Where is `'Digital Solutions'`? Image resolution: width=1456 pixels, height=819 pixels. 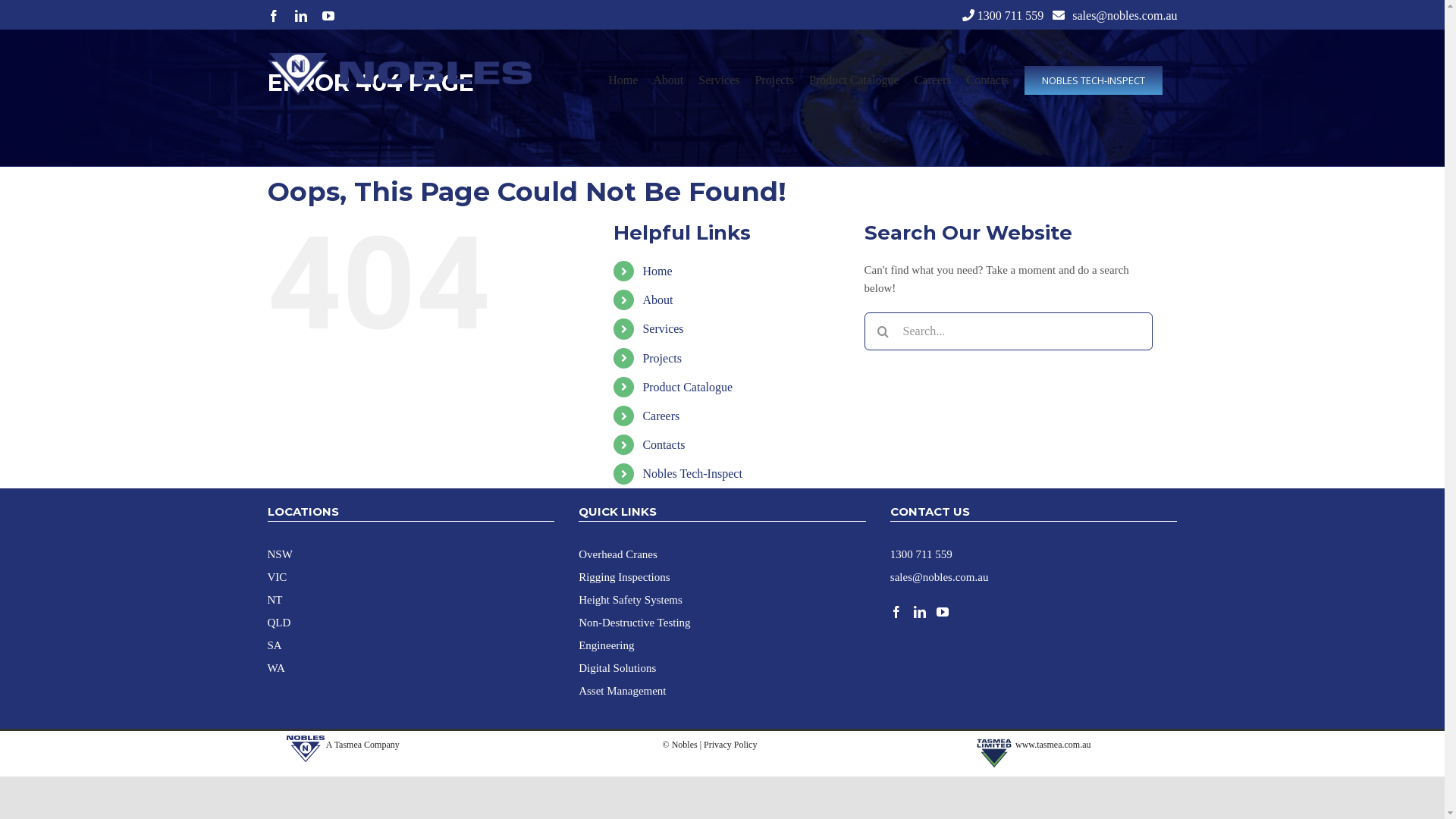
'Digital Solutions' is located at coordinates (617, 666).